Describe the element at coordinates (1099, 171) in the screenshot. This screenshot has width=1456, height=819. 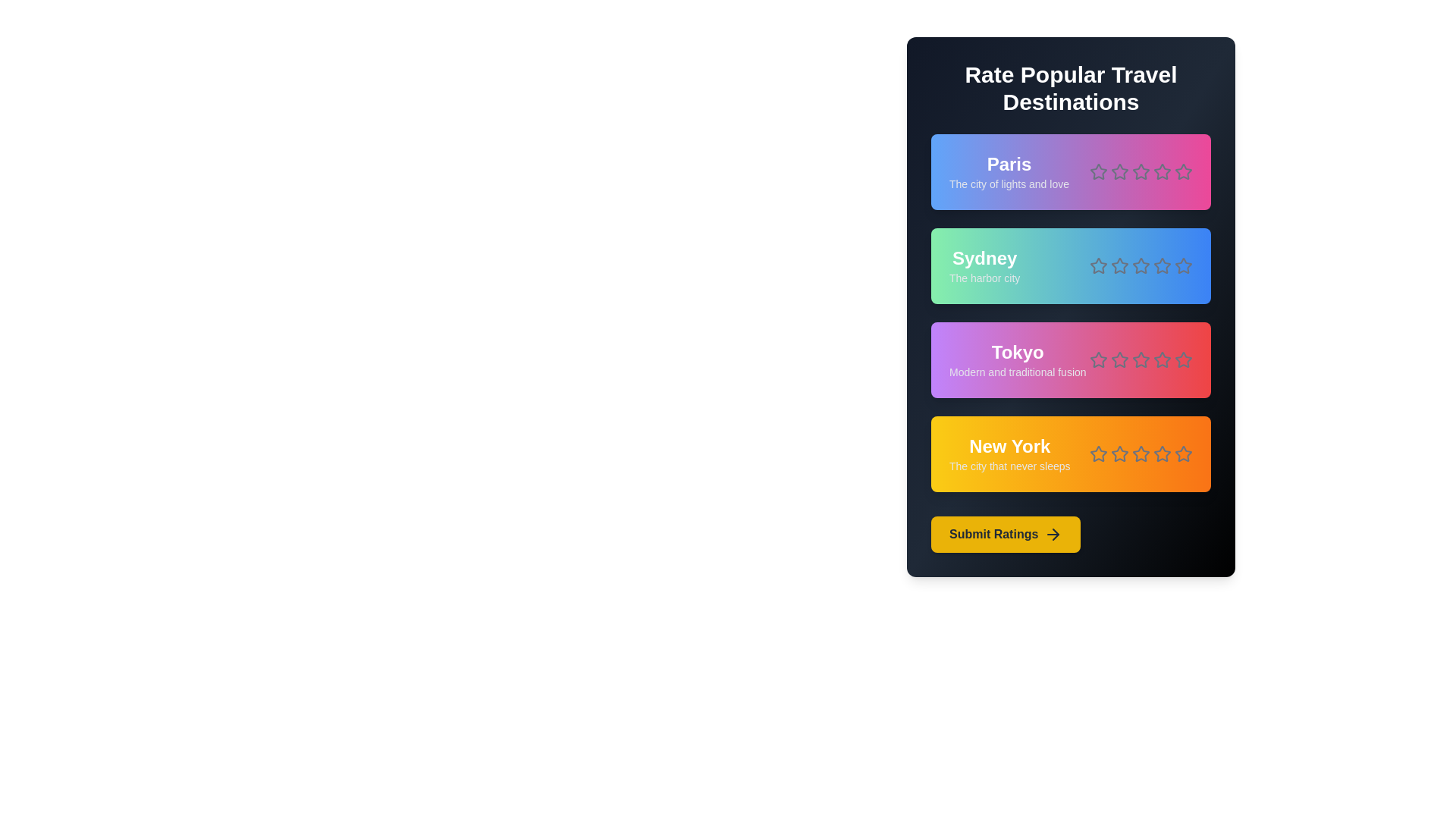
I see `the rating for a destination to 1 stars` at that location.